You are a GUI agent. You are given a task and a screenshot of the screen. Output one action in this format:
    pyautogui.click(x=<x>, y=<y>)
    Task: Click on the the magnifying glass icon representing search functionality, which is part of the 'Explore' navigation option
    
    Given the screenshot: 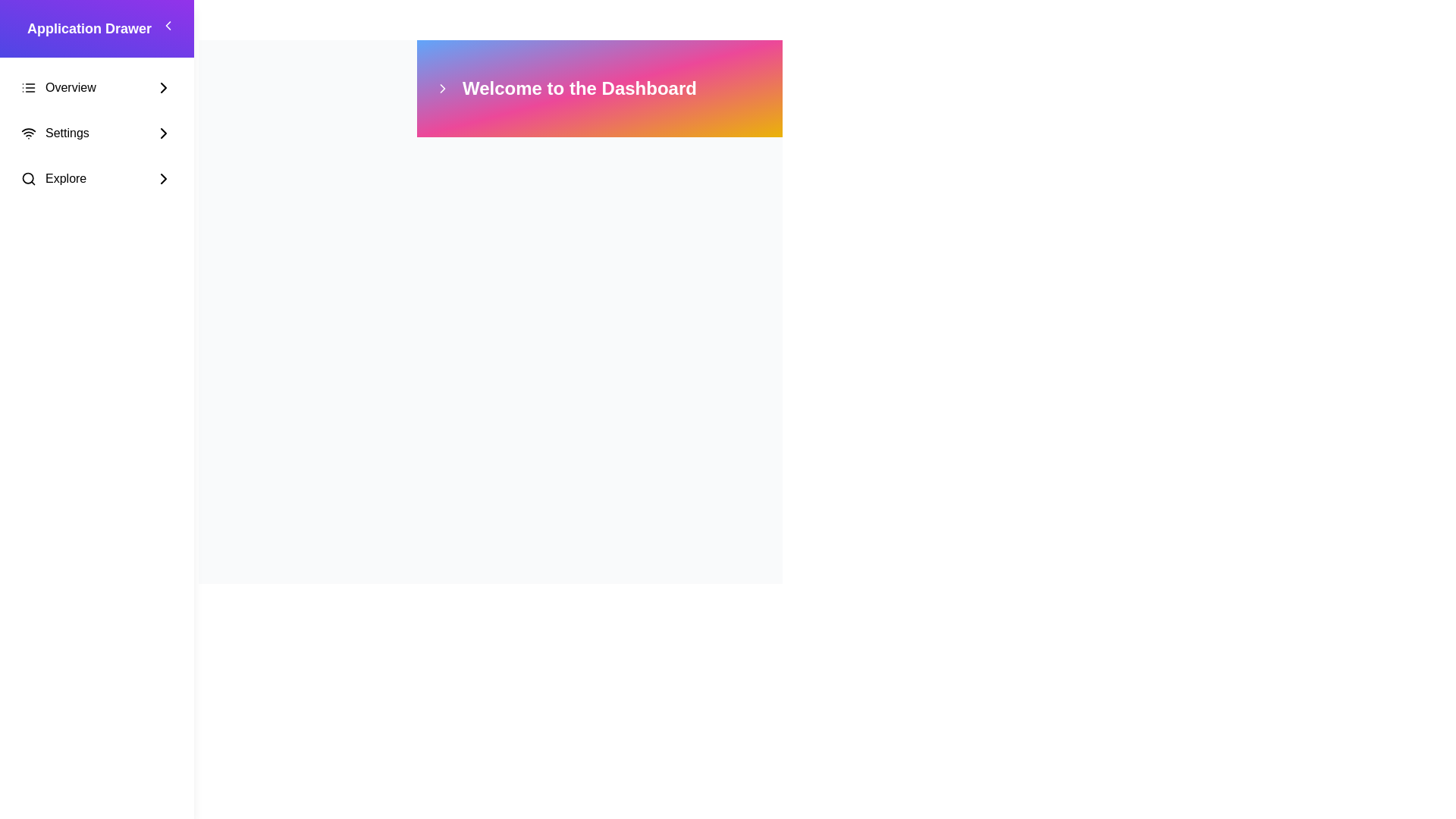 What is the action you would take?
    pyautogui.click(x=29, y=177)
    